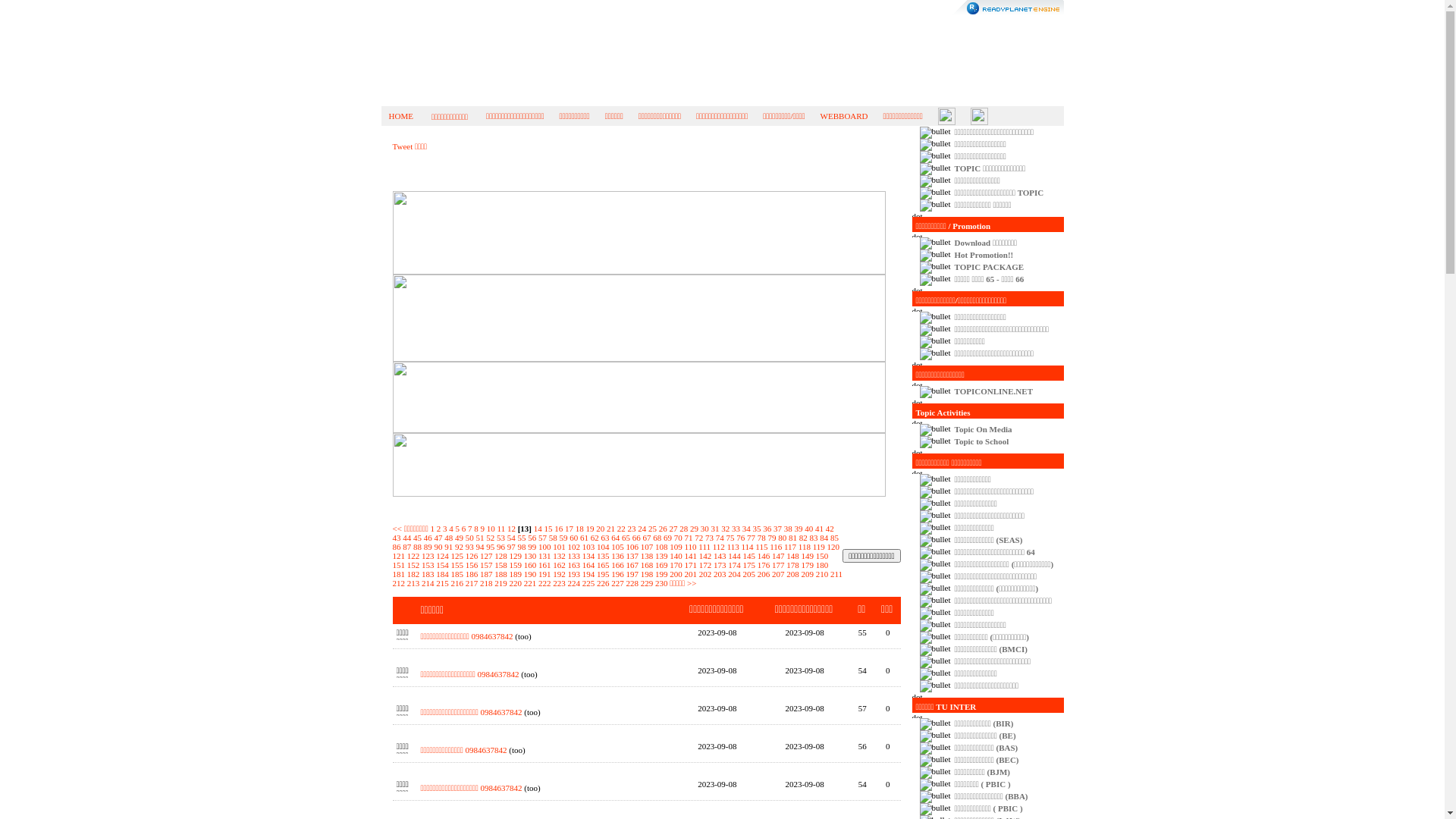 The height and width of the screenshot is (819, 1456). I want to click on '94', so click(479, 547).